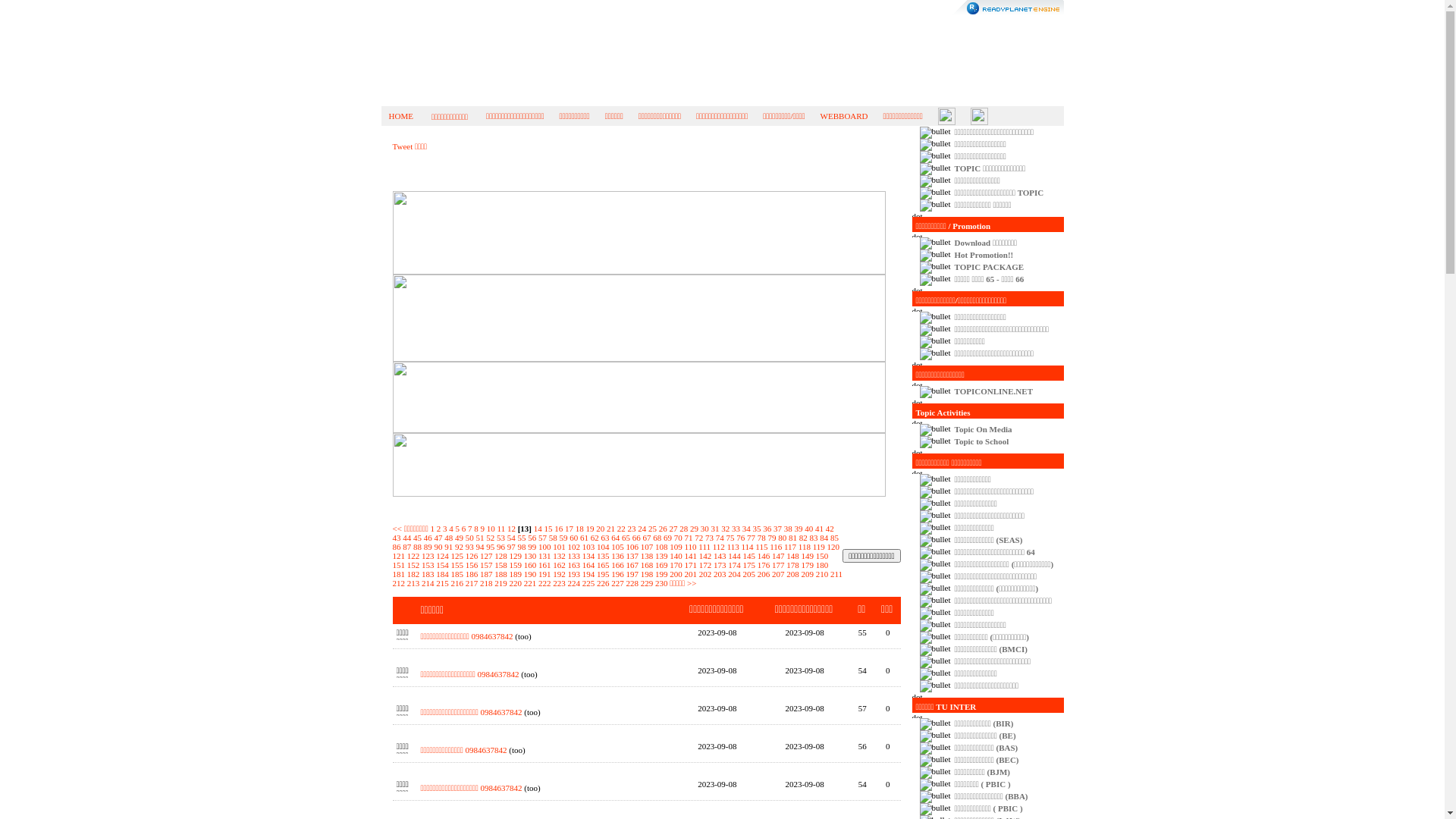 The height and width of the screenshot is (819, 1456). I want to click on '94', so click(479, 547).